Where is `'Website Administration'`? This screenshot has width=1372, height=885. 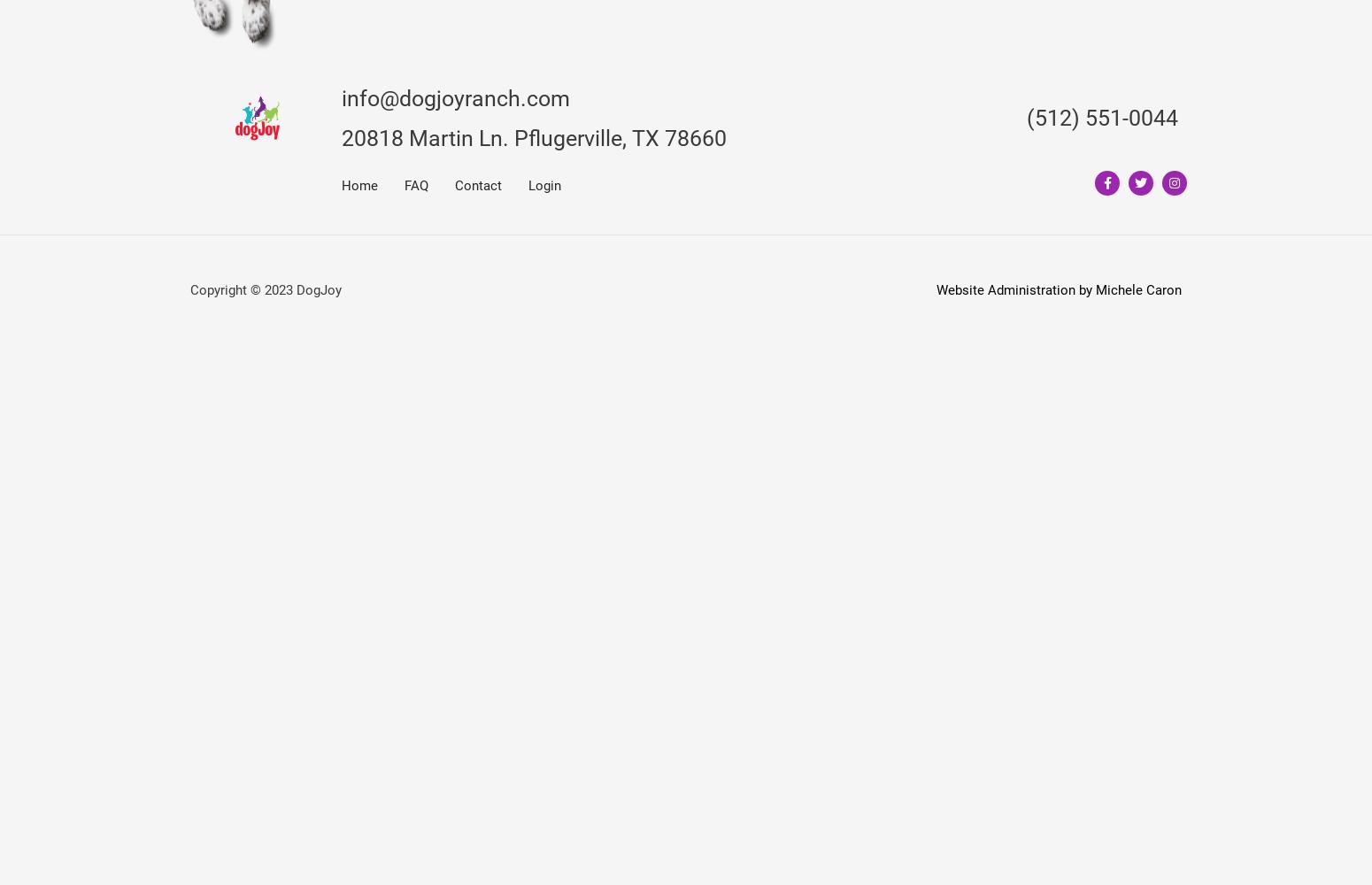 'Website Administration' is located at coordinates (1005, 289).